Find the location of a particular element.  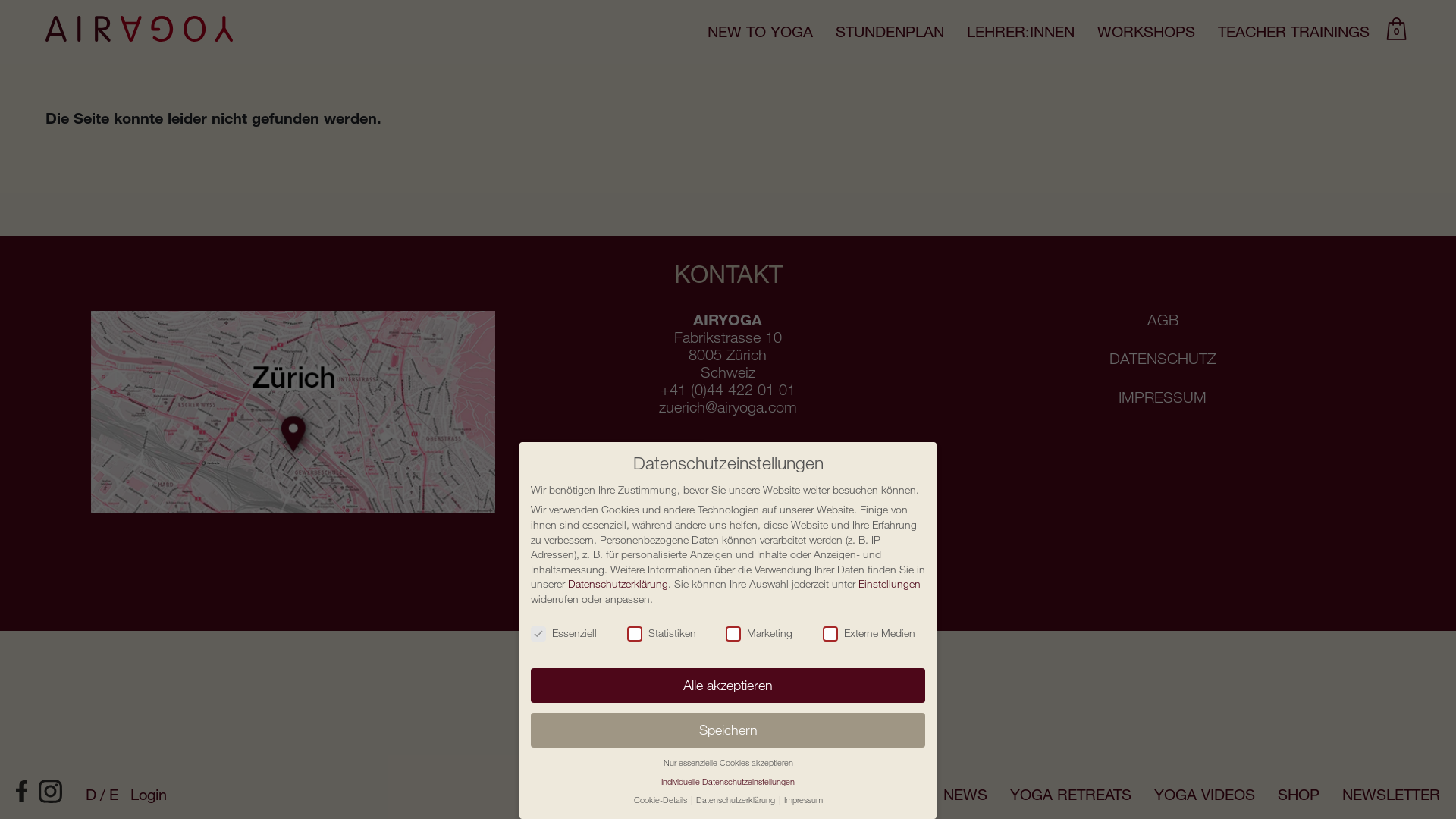

'Studio Fabrikstrasse' is located at coordinates (293, 412).